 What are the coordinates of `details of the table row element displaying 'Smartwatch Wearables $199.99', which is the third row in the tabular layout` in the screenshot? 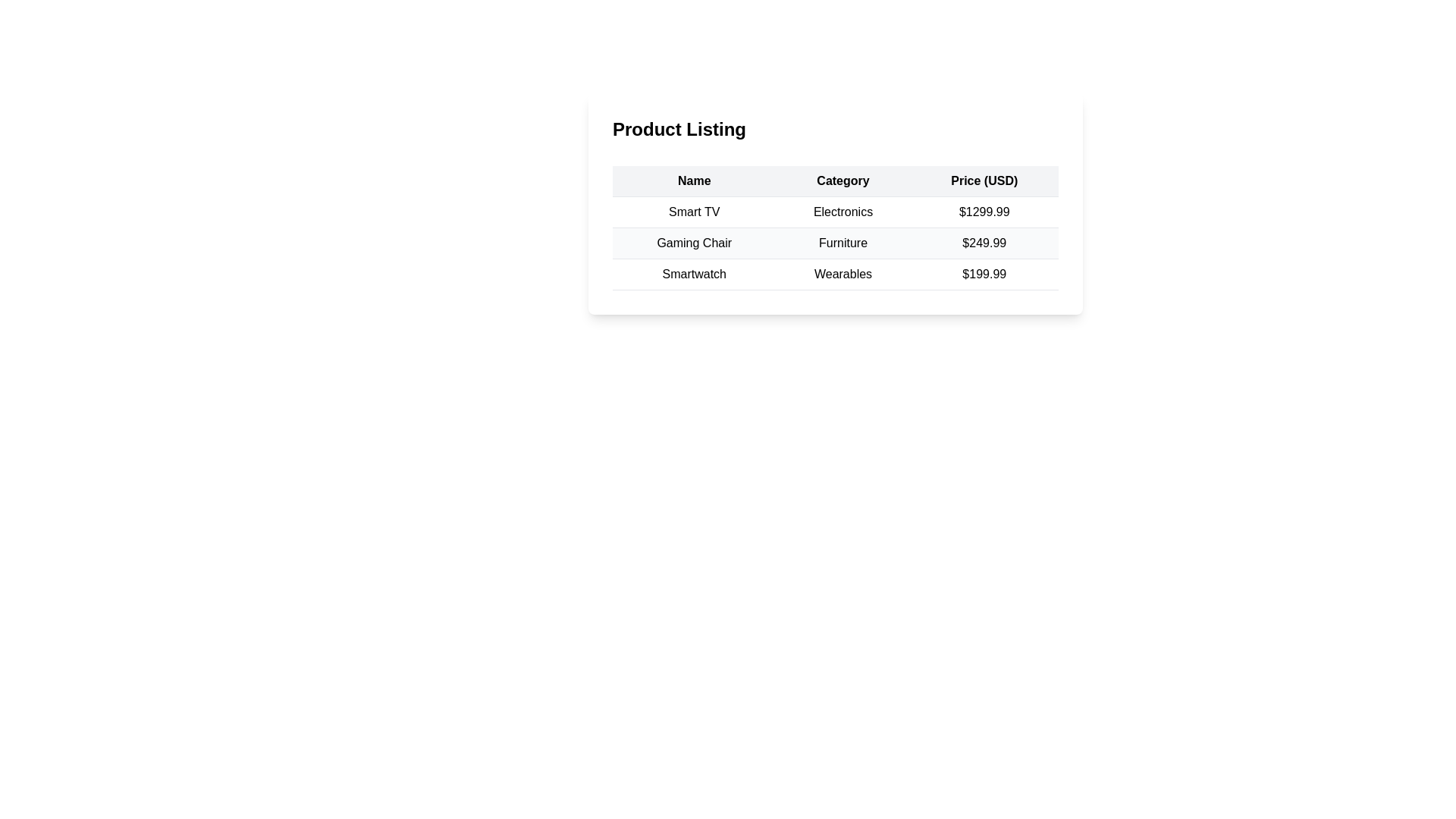 It's located at (835, 275).